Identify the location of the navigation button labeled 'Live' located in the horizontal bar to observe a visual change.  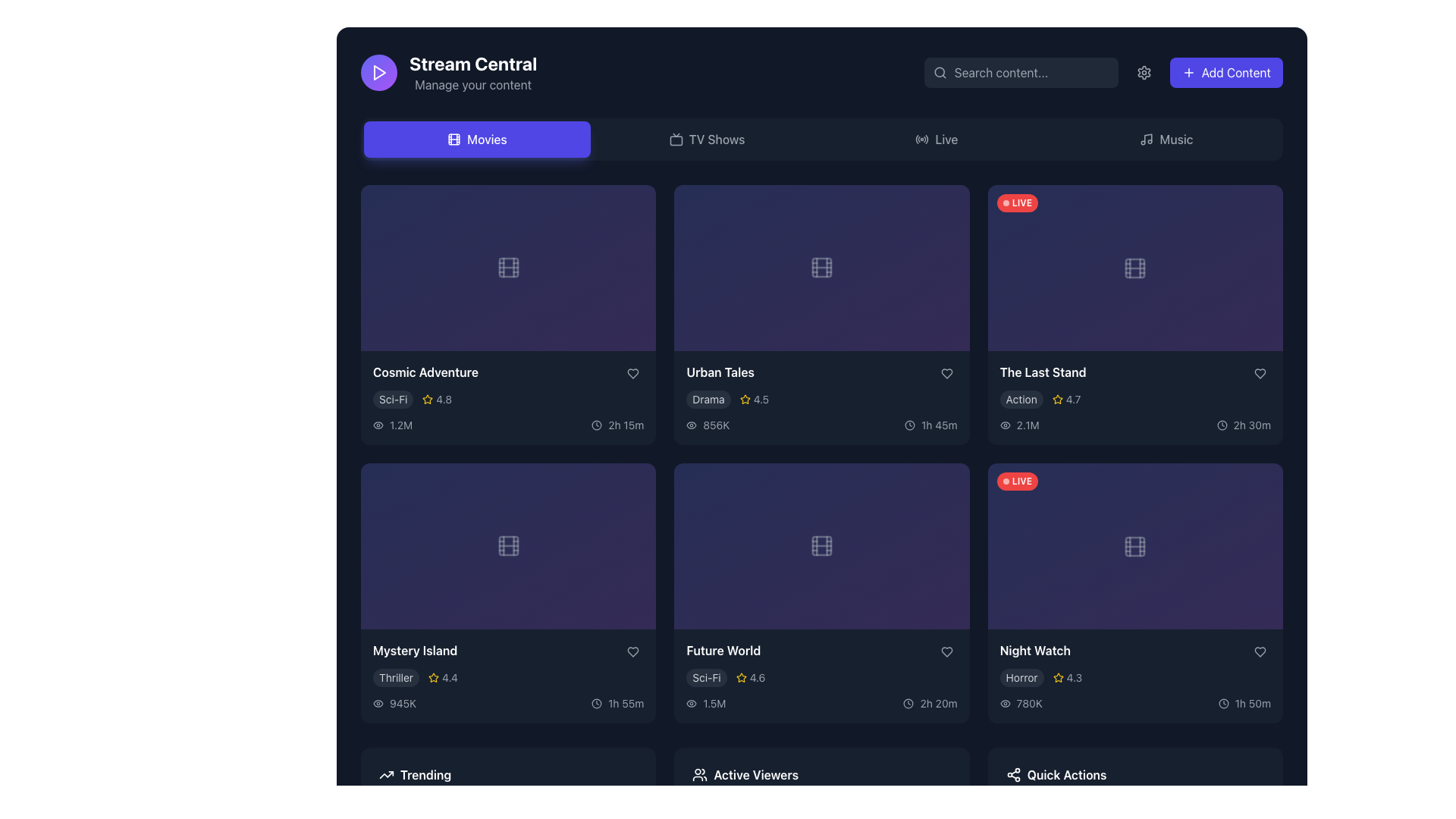
(936, 140).